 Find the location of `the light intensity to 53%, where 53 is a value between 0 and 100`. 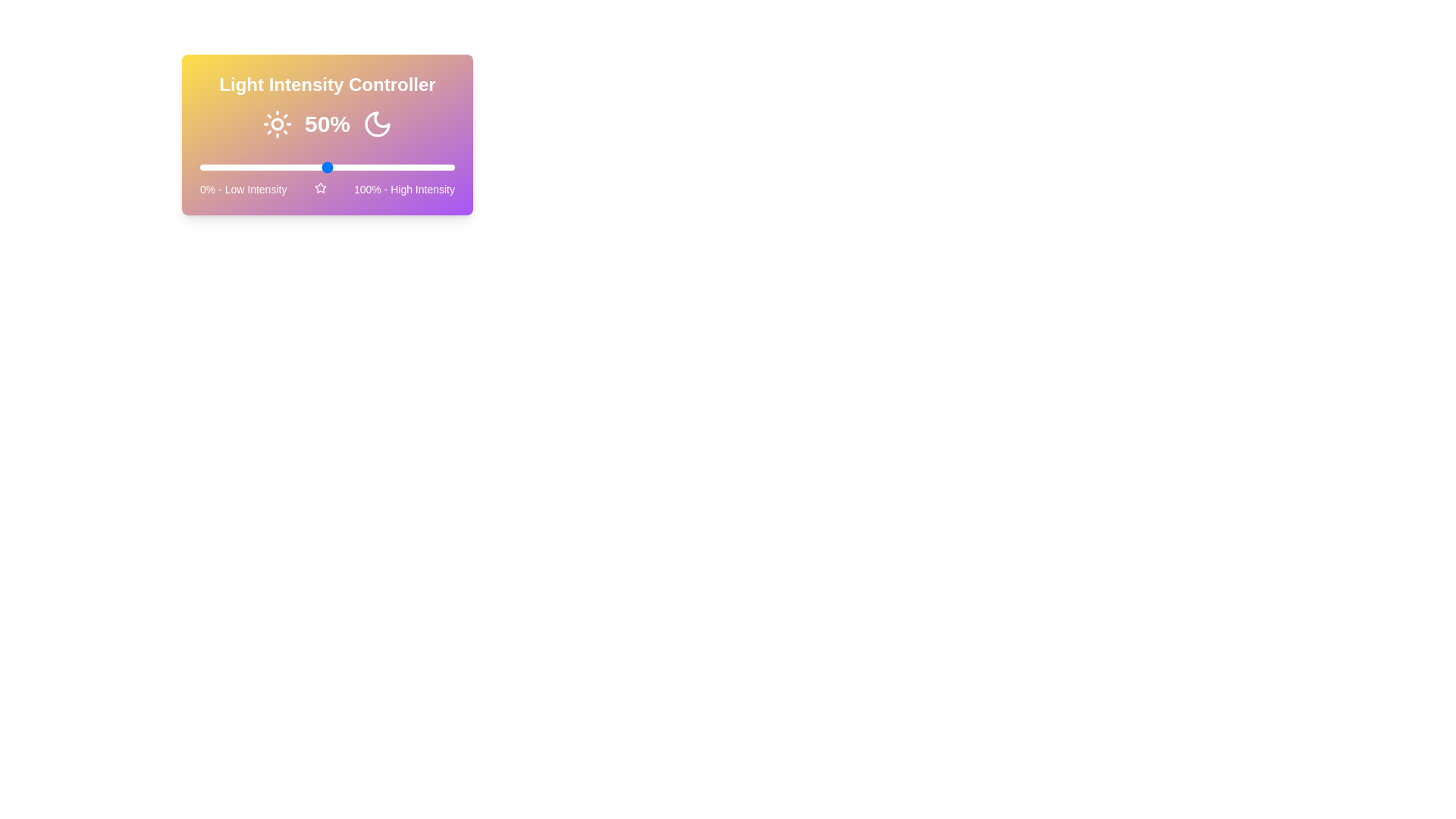

the light intensity to 53%, where 53 is a value between 0 and 100 is located at coordinates (334, 167).